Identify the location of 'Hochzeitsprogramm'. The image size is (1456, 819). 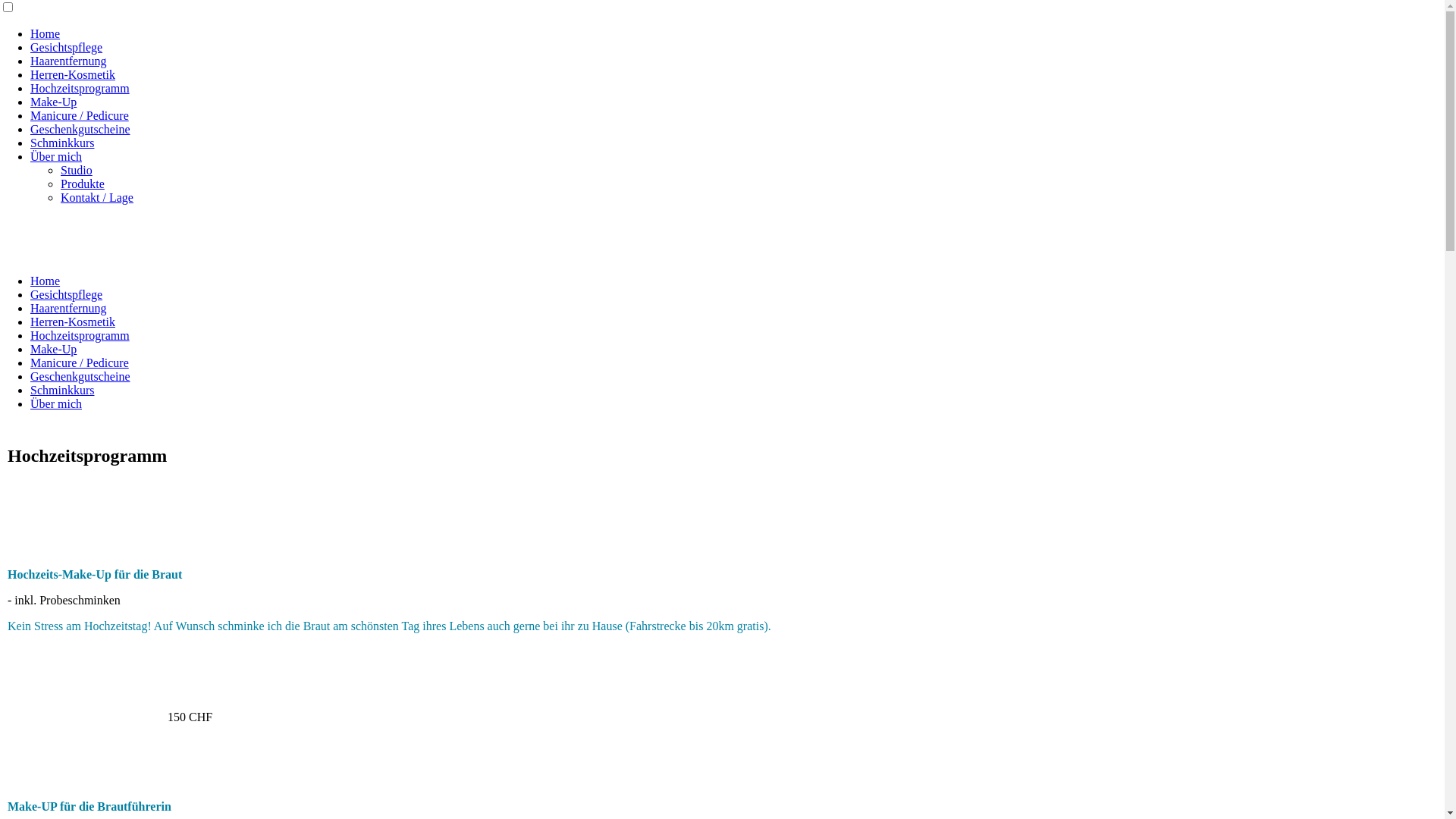
(79, 334).